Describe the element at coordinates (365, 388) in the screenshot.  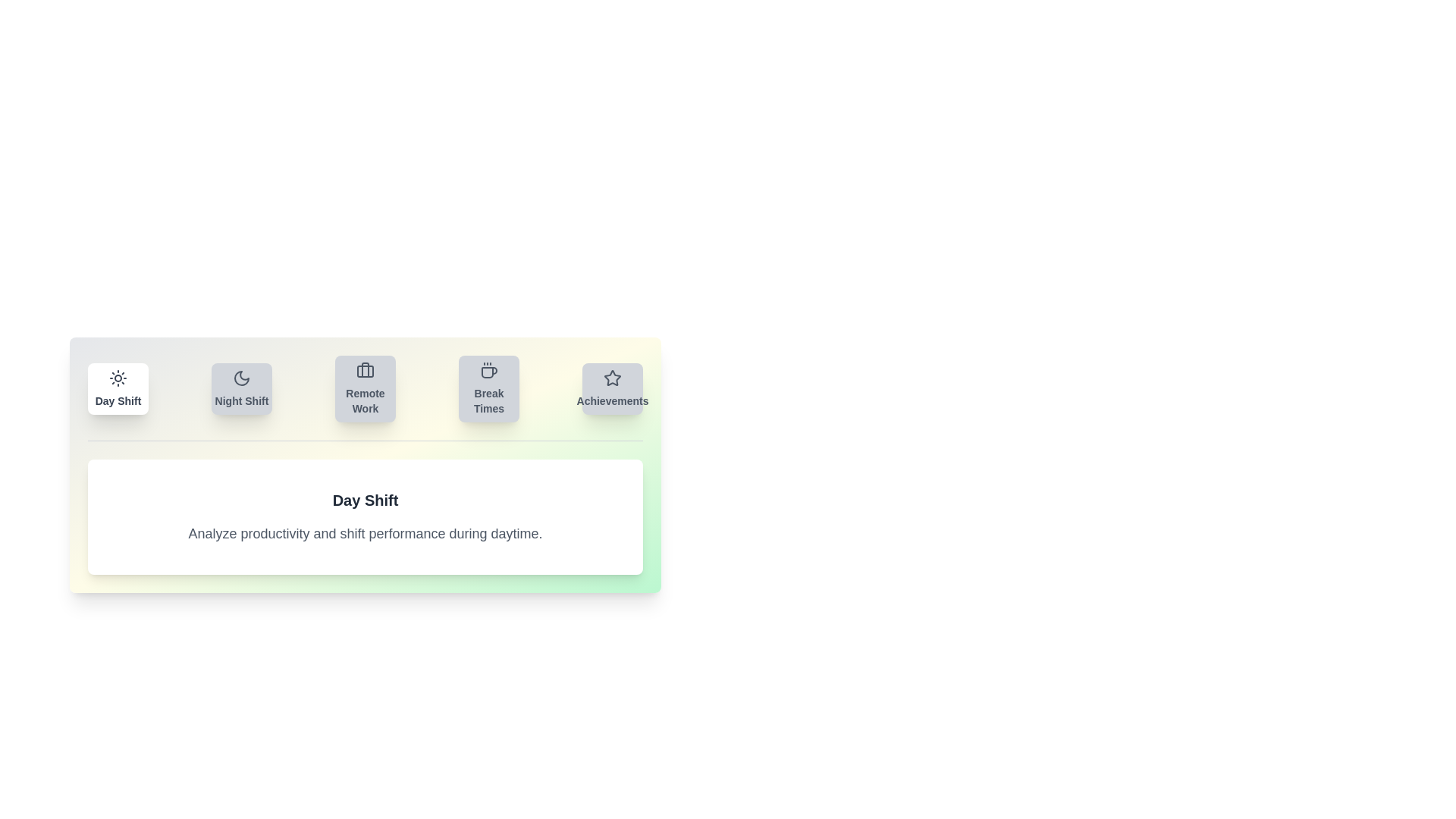
I see `the tab labeled Remote Work to view its content` at that location.